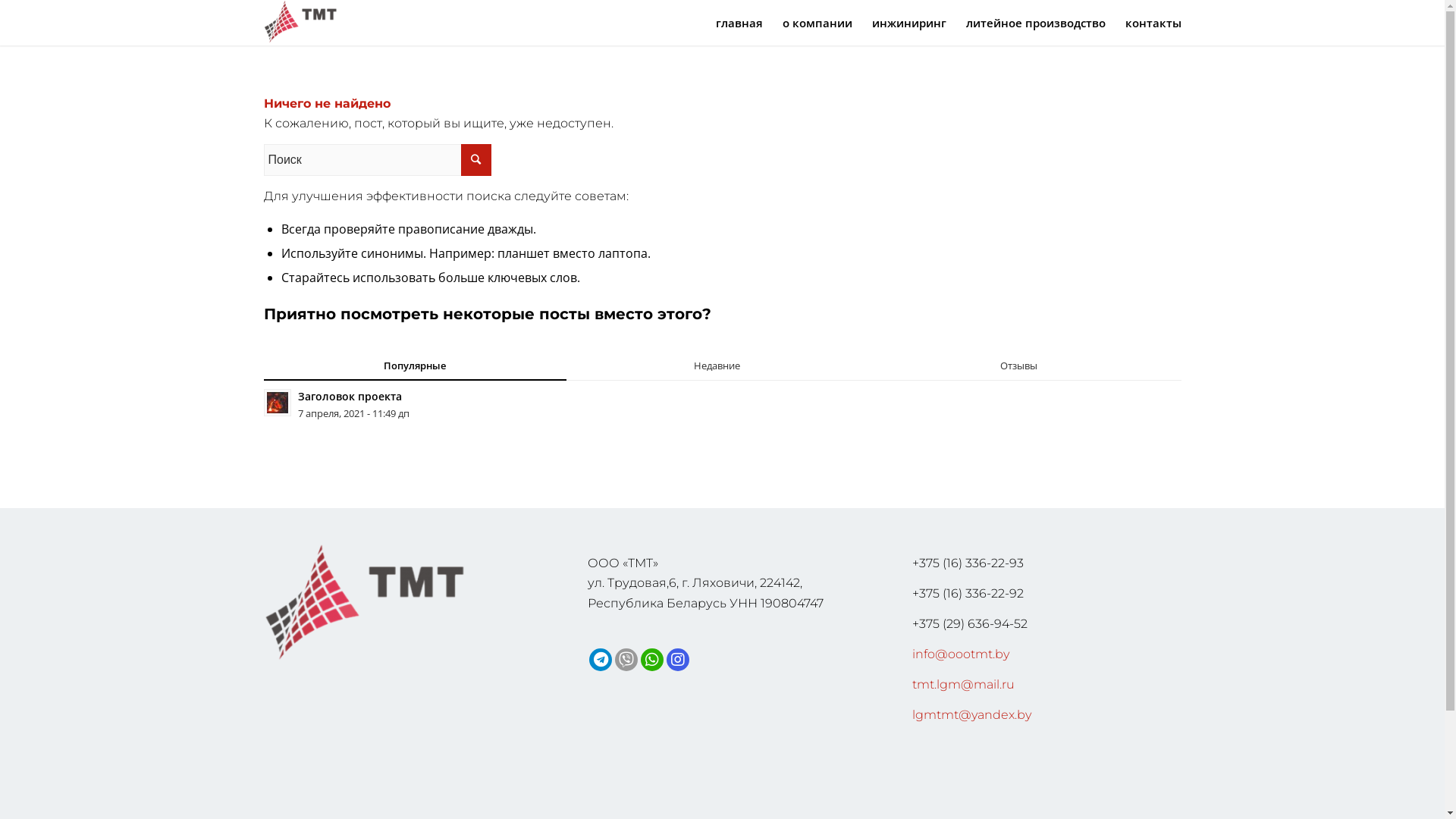 This screenshot has height=819, width=1456. What do you see at coordinates (912, 653) in the screenshot?
I see `'info@oootmt.by'` at bounding box center [912, 653].